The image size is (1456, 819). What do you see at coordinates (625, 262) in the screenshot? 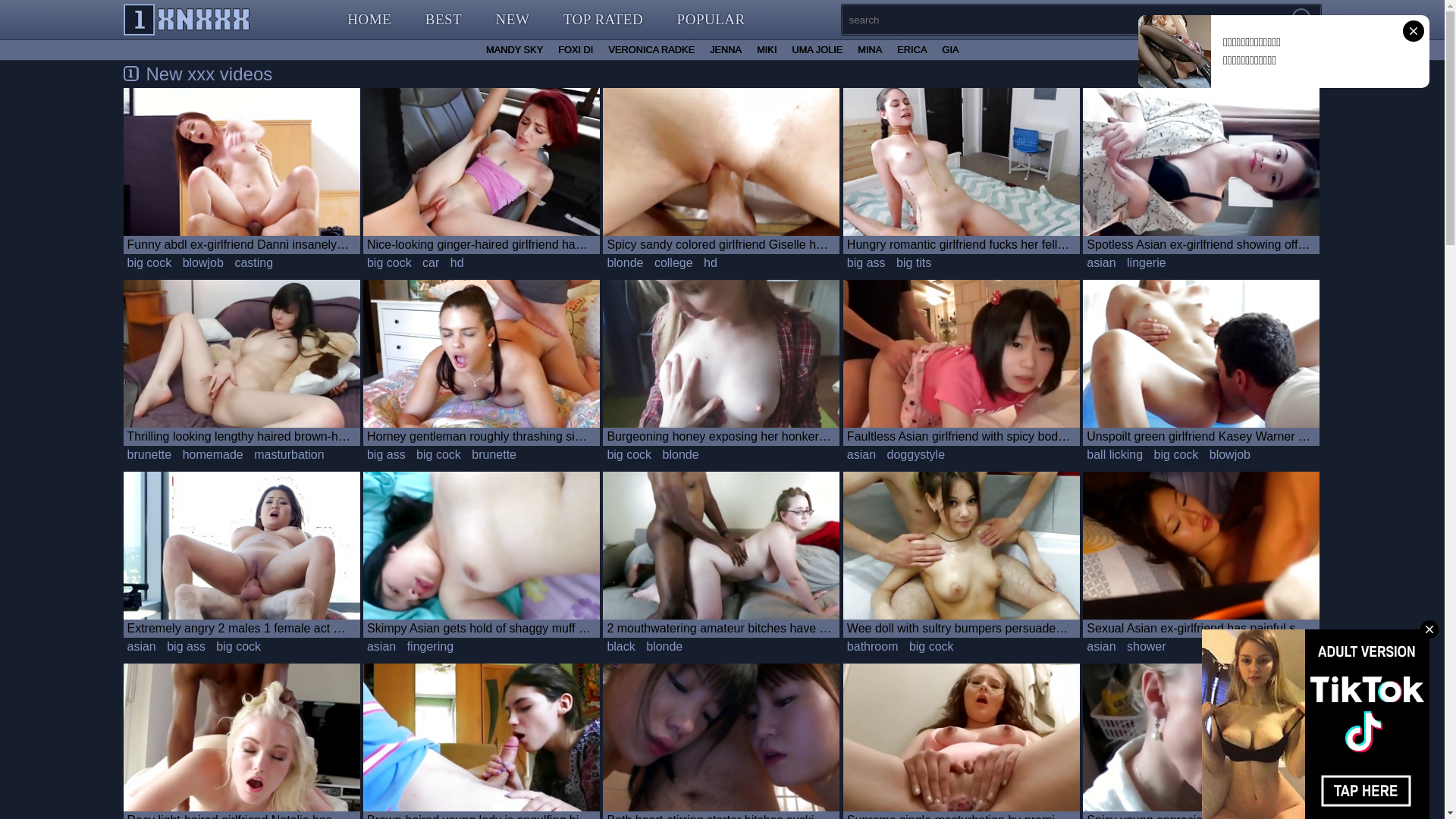
I see `'blonde'` at bounding box center [625, 262].